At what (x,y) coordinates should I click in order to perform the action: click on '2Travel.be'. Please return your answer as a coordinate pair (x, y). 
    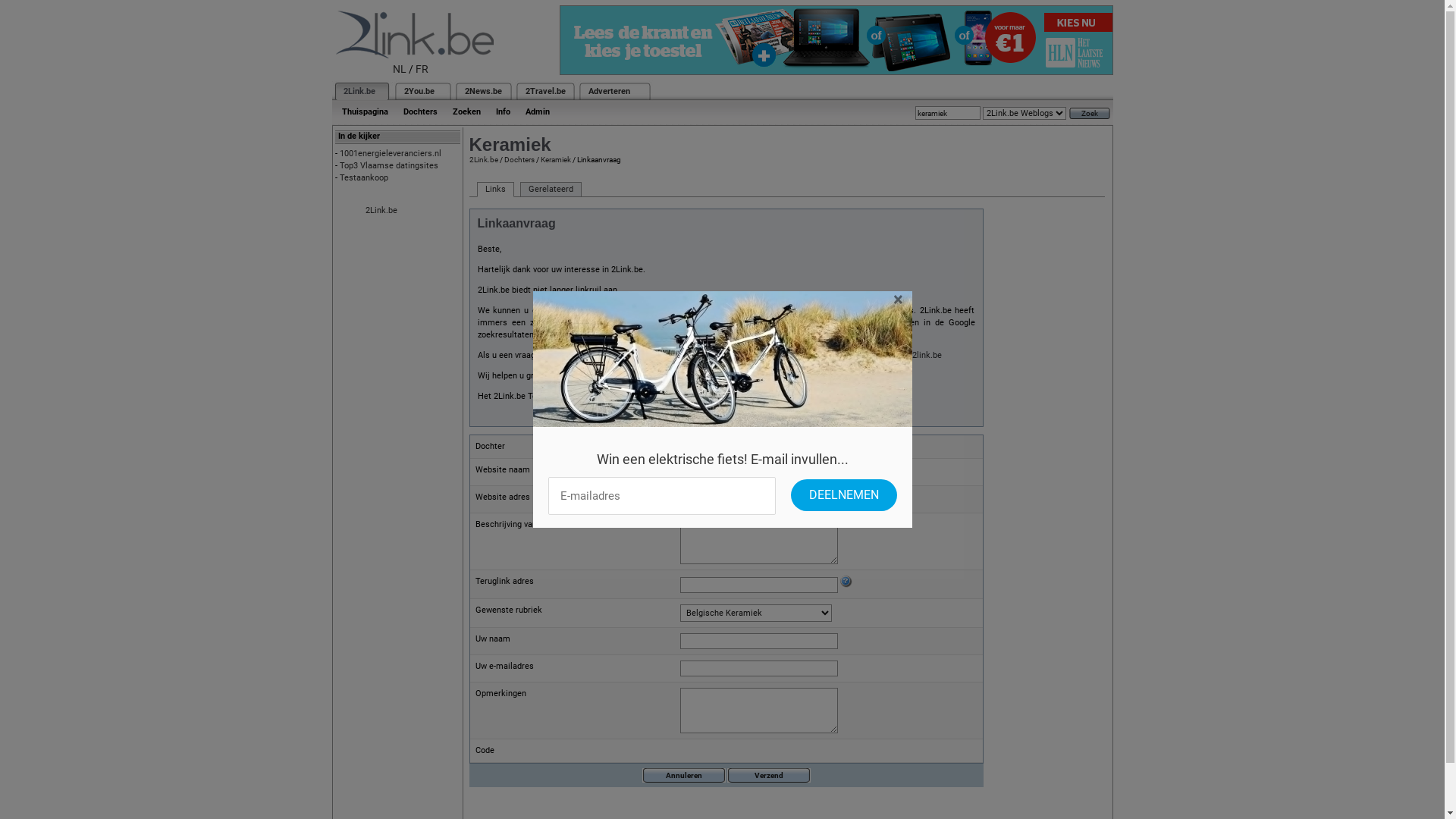
    Looking at the image, I should click on (544, 91).